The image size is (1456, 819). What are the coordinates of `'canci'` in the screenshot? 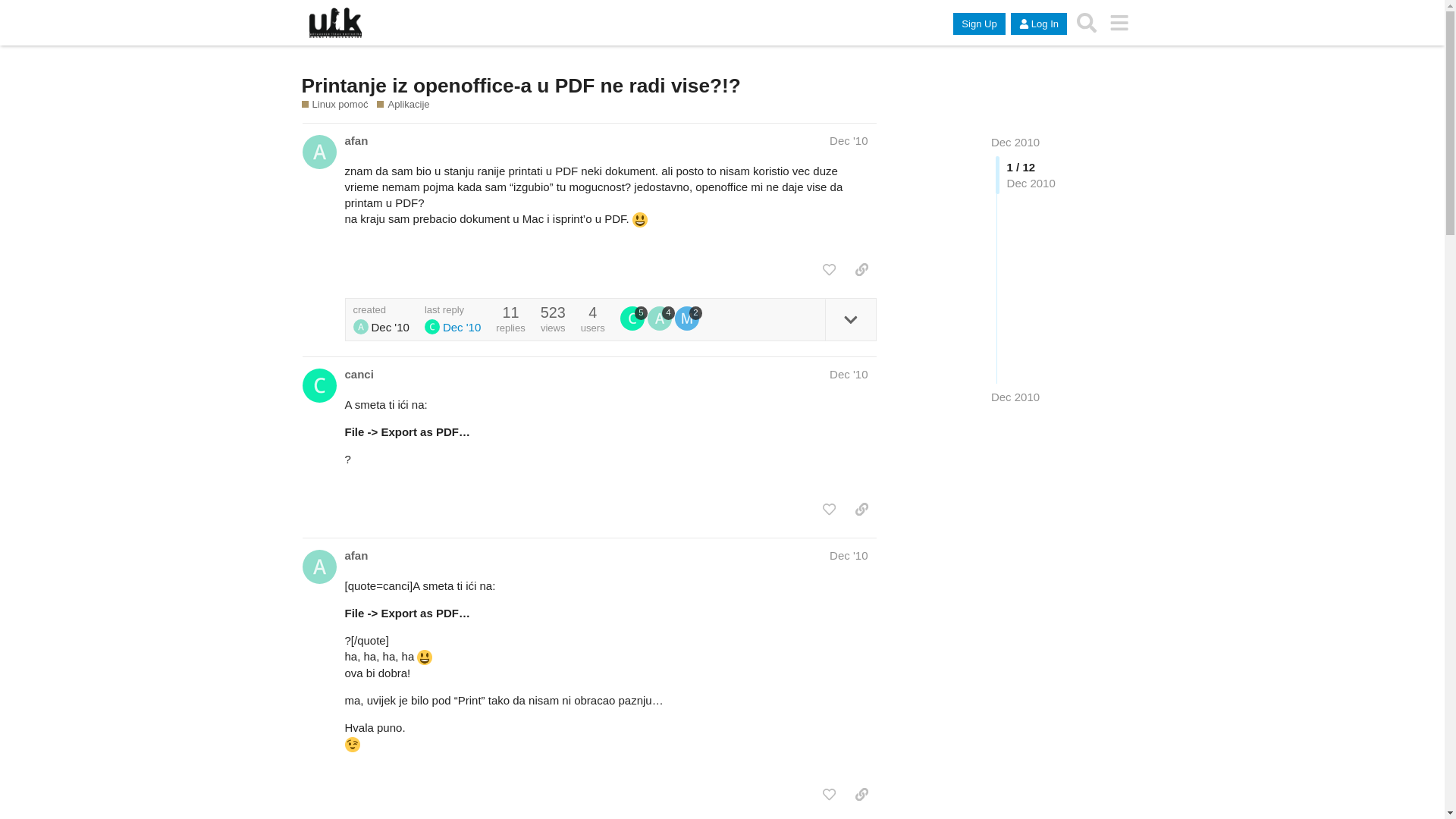 It's located at (358, 374).